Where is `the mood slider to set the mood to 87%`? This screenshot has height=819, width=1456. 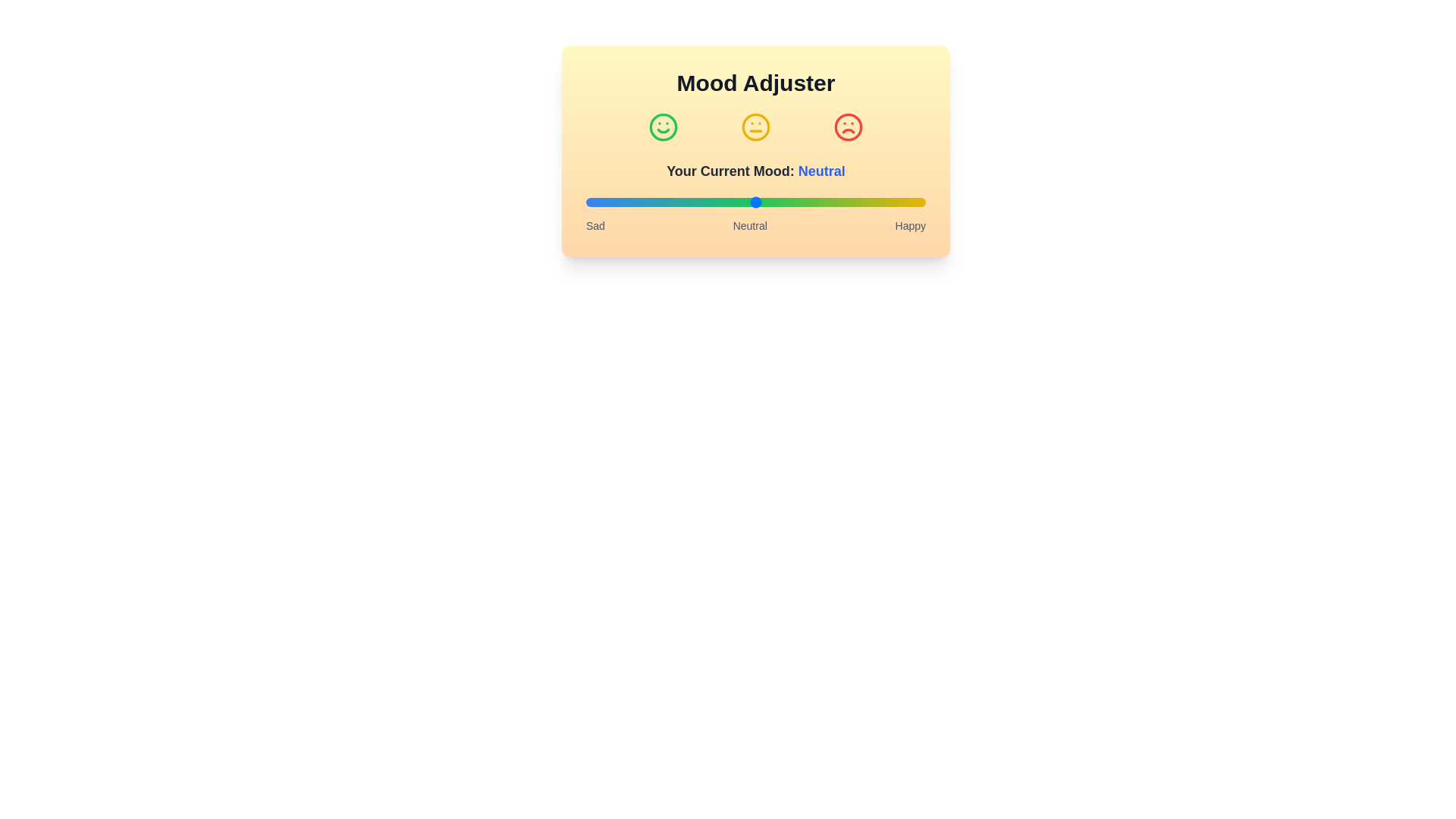
the mood slider to set the mood to 87% is located at coordinates (881, 201).